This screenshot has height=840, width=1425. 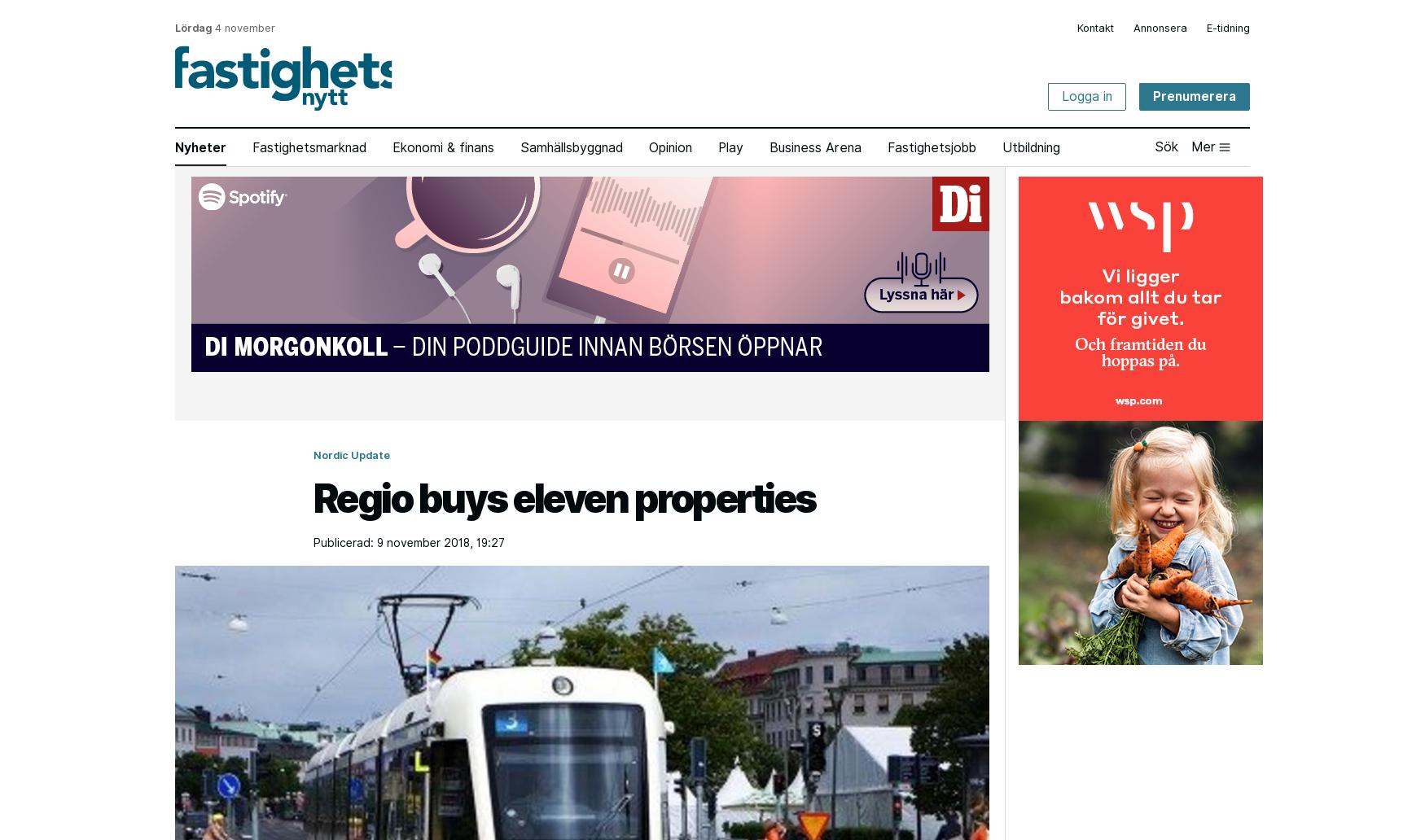 I want to click on 'Logga in', so click(x=1087, y=96).